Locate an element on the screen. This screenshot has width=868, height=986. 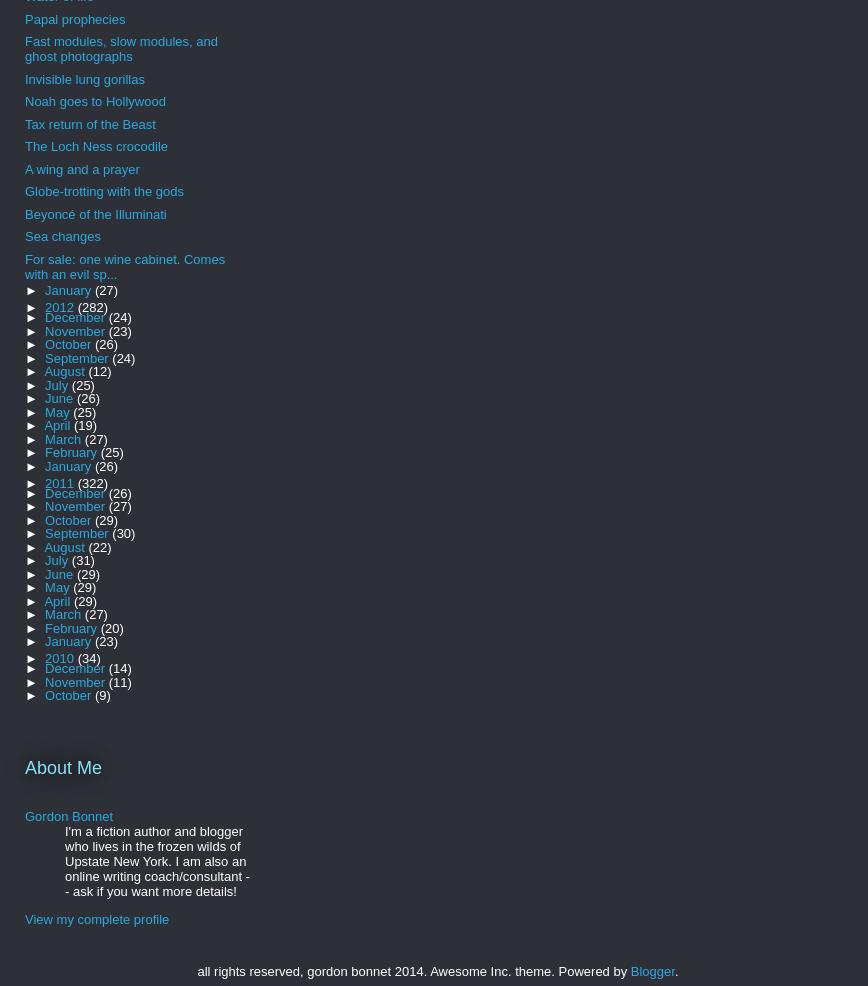
'Papal prophecies' is located at coordinates (74, 17).